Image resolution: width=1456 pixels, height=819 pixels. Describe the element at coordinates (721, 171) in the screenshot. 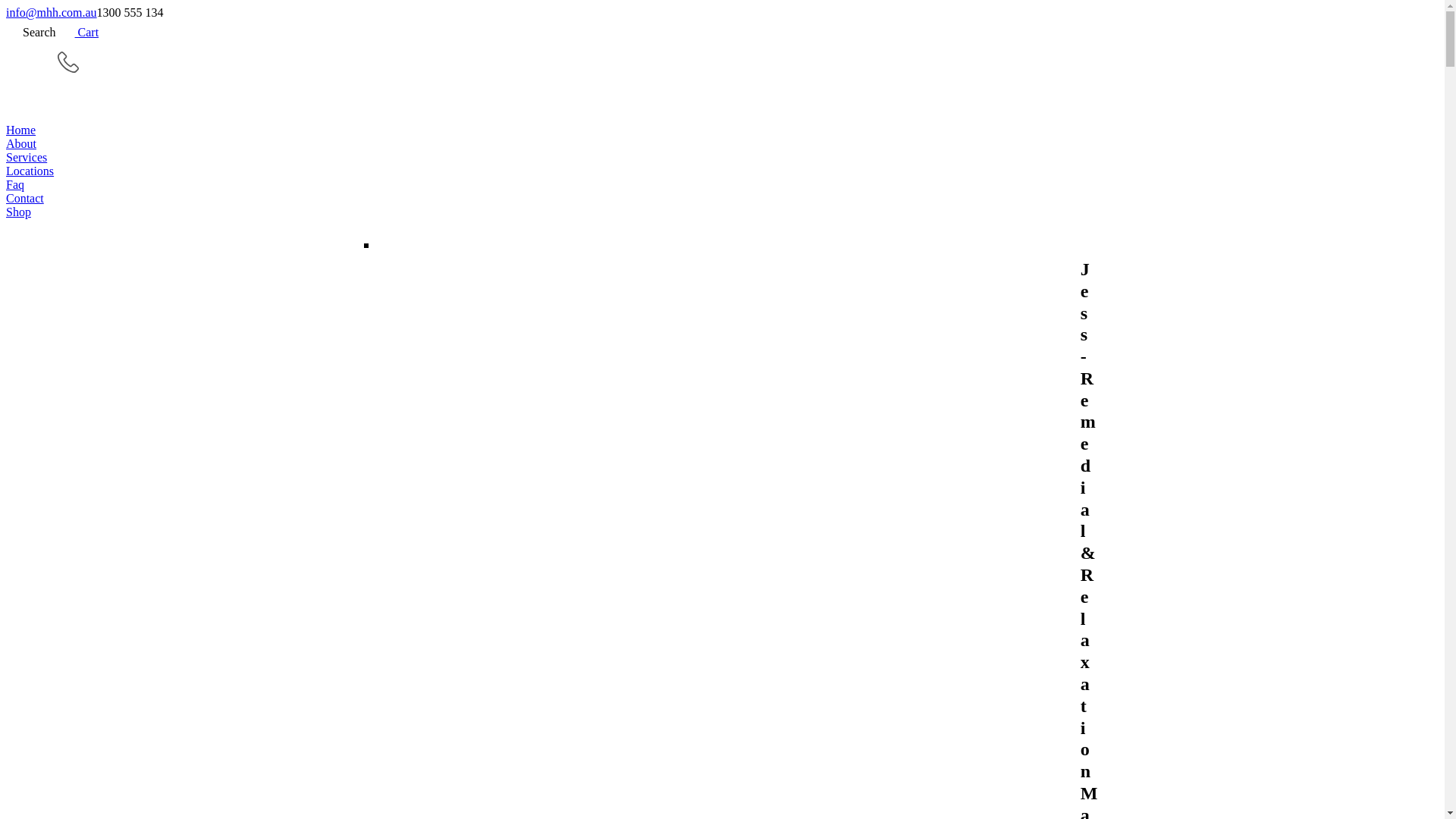

I see `'Locations'` at that location.